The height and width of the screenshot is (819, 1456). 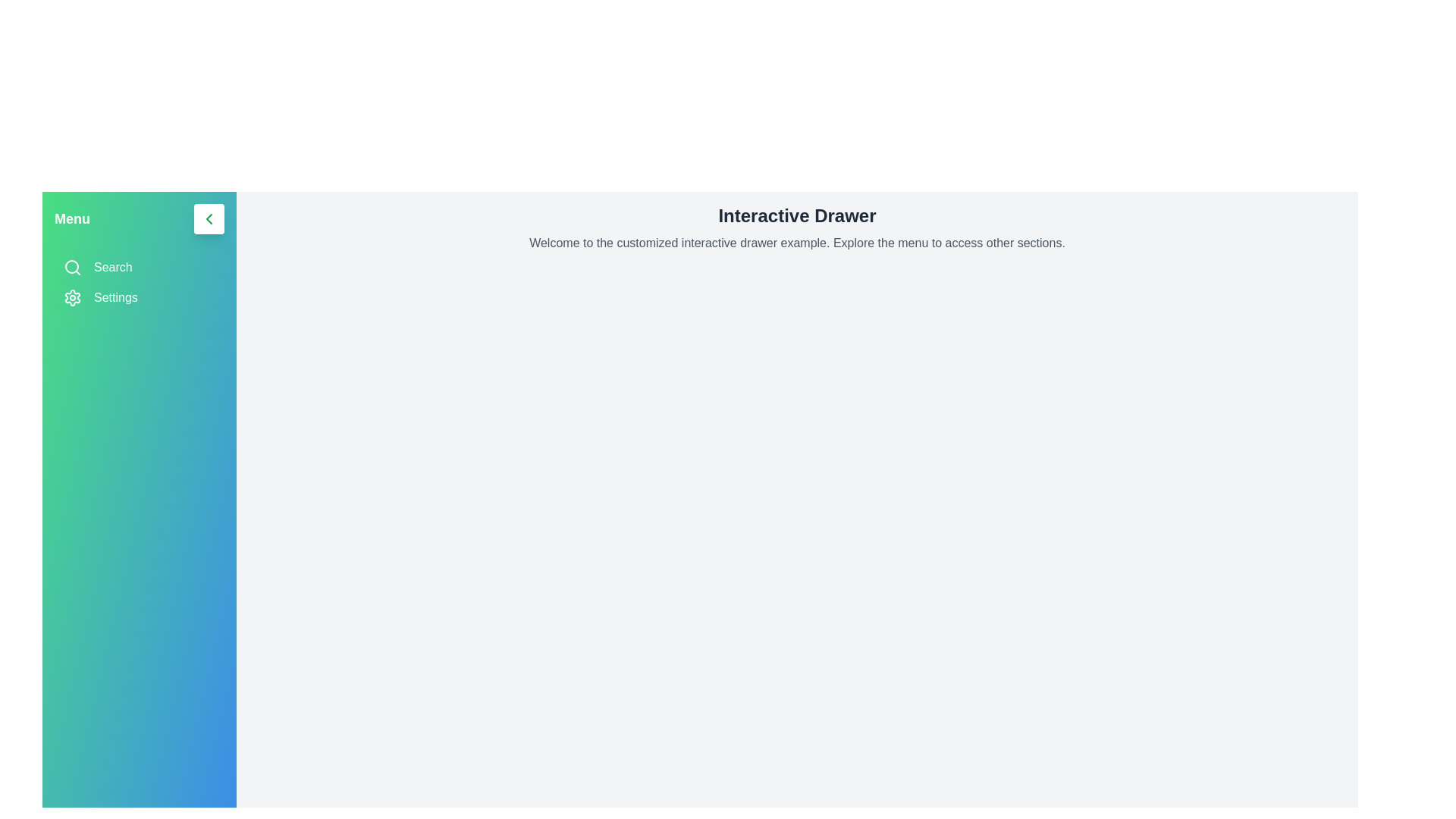 What do you see at coordinates (796, 216) in the screenshot?
I see `the text 'Interactive Drawer'` at bounding box center [796, 216].